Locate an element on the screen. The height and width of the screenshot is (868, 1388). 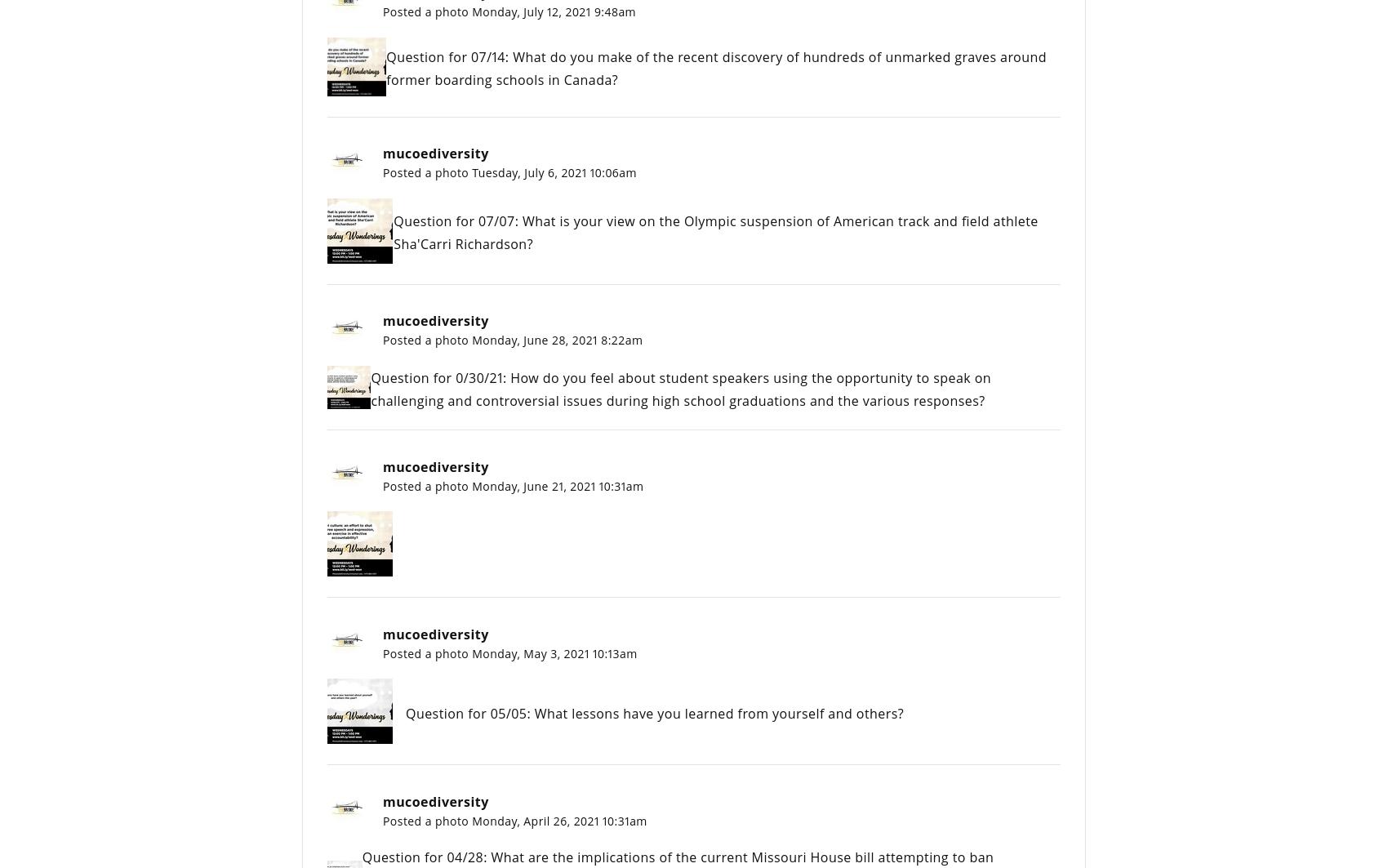
'Question for 0/30/21: How do you feel about student speakers using the opportunity to speak on challenging and controversial issues during high school graduations and the various responses?' is located at coordinates (680, 389).